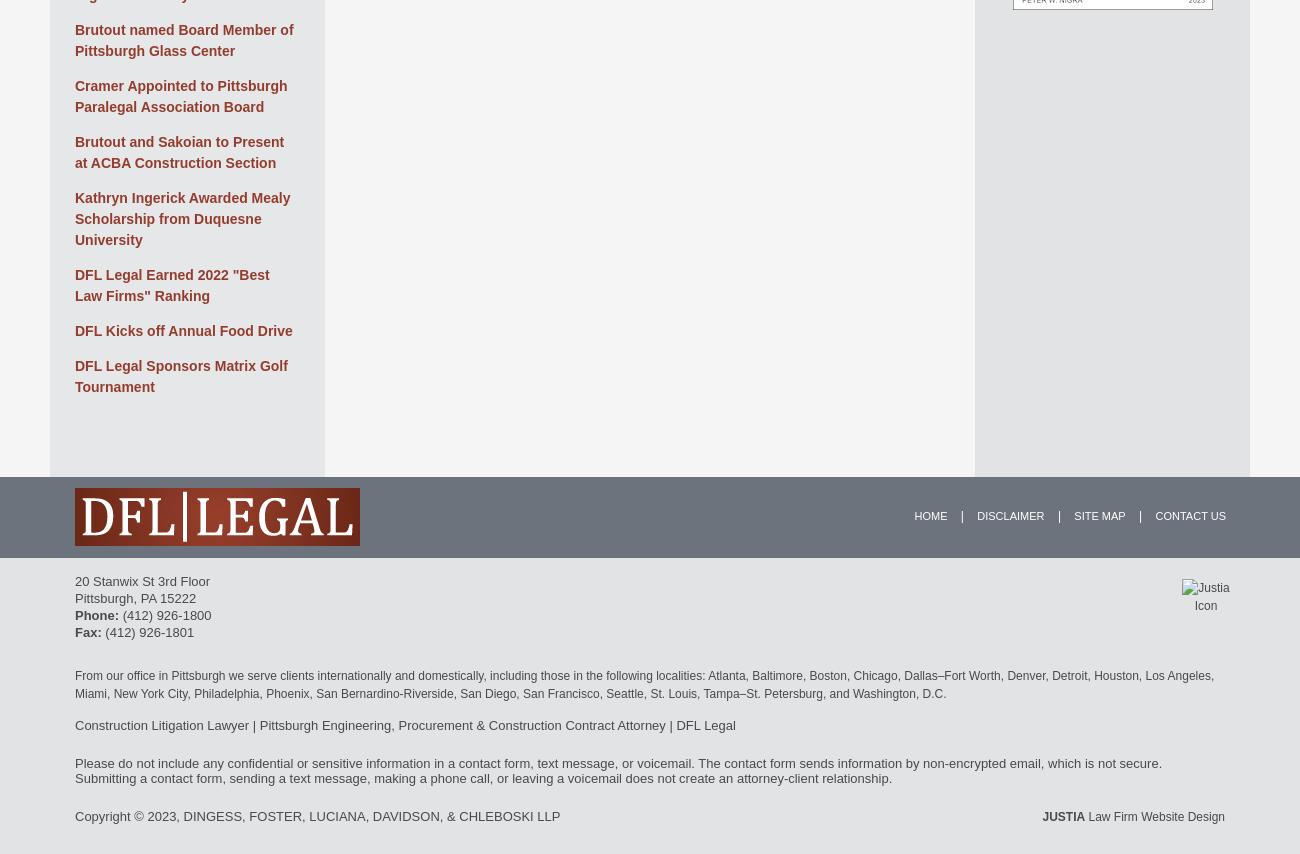 This screenshot has width=1300, height=854. I want to click on 'Brutout and Sakoian to Present at ACBA Construction Section', so click(179, 151).